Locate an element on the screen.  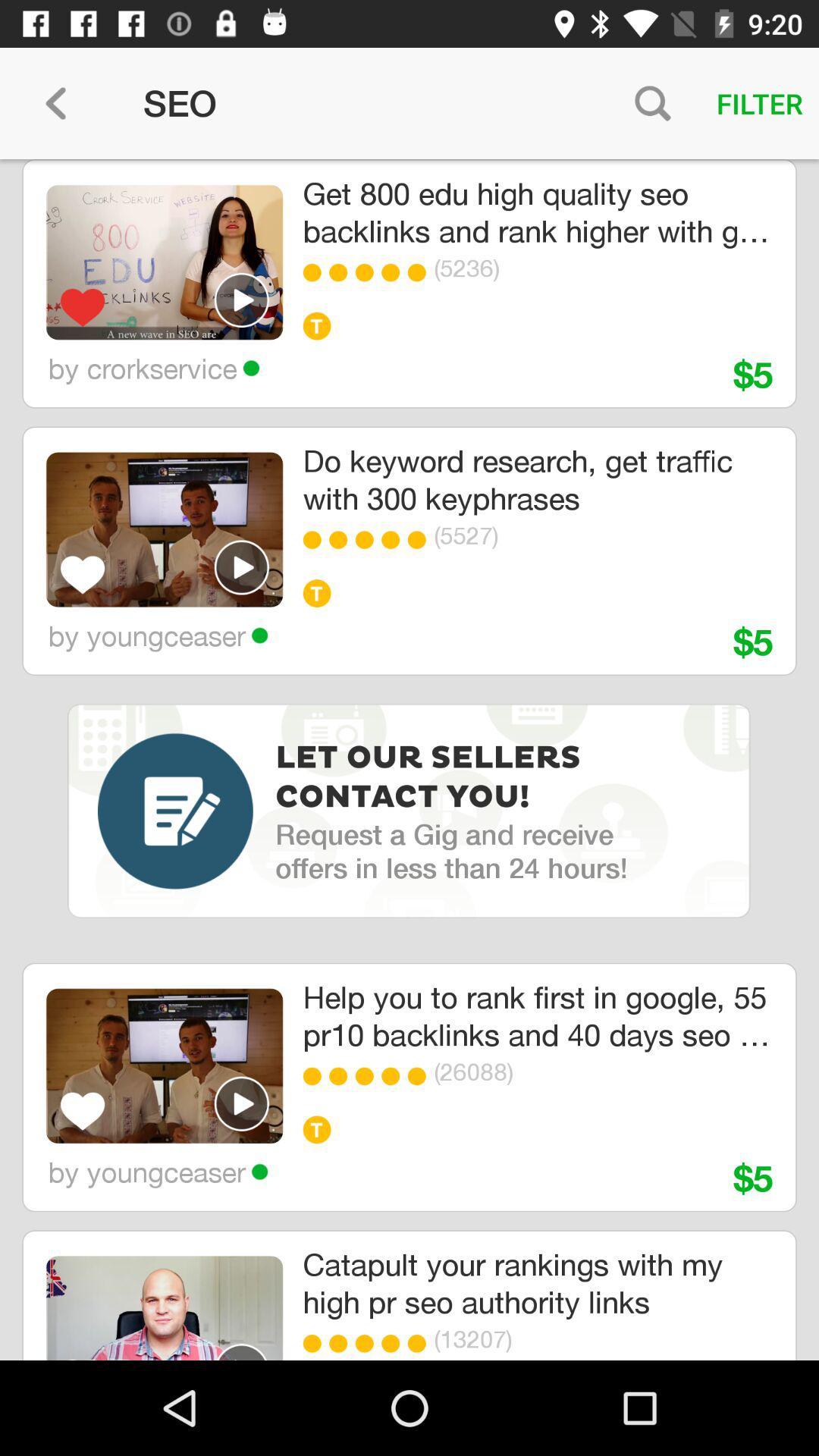
item above the request a gig icon is located at coordinates (433, 778).